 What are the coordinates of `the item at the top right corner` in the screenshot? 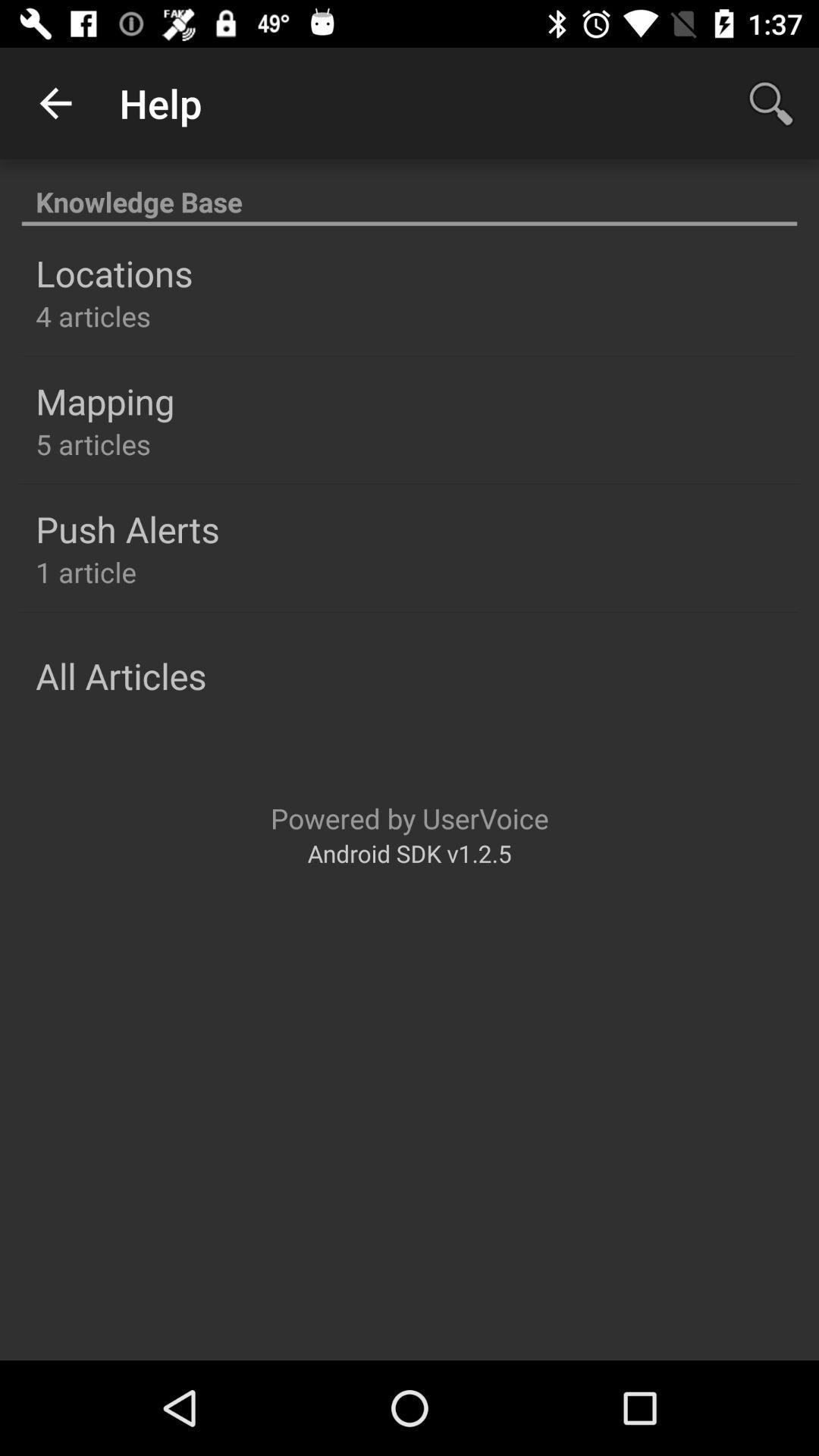 It's located at (771, 102).